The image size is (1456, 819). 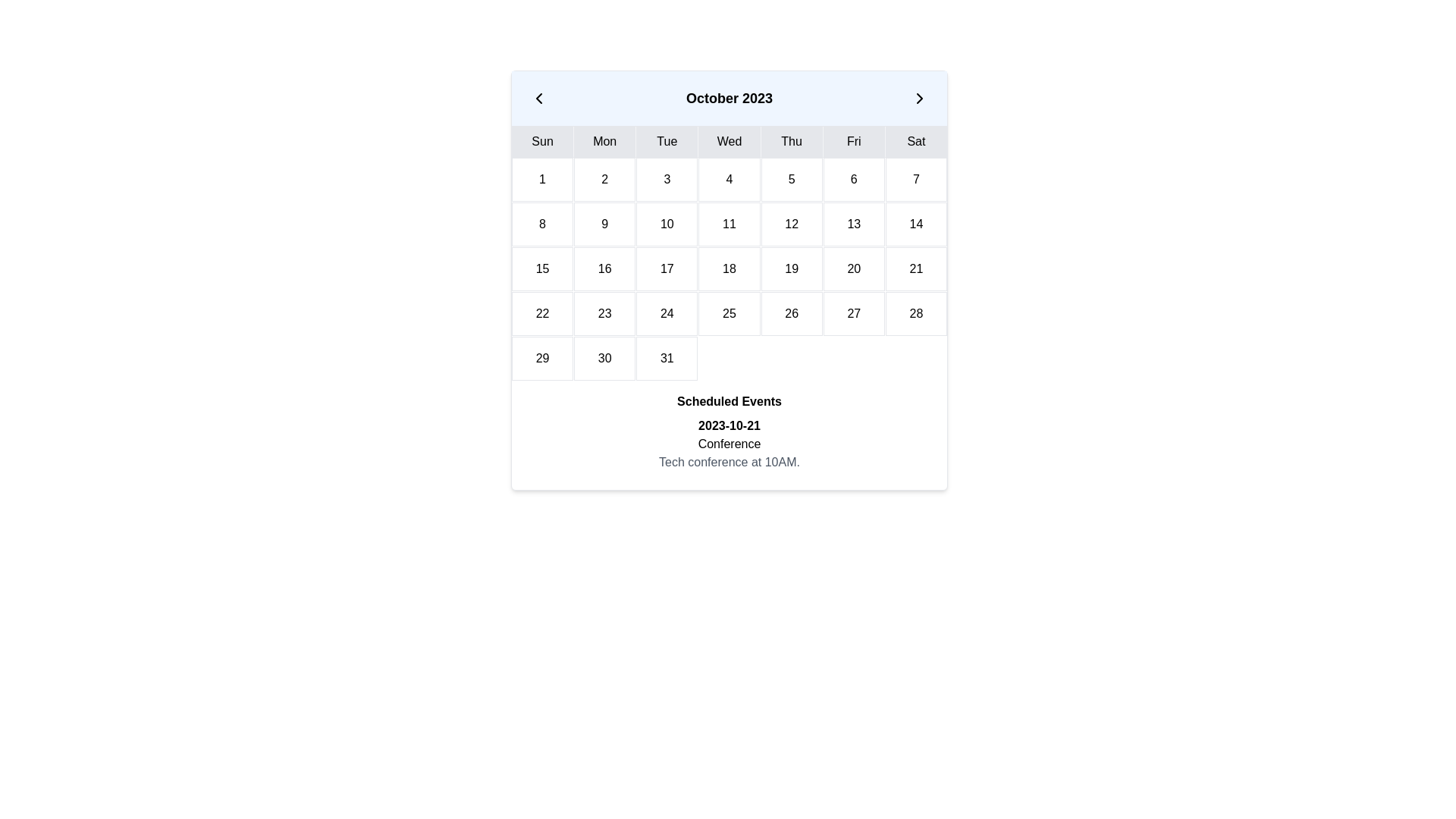 What do you see at coordinates (915, 178) in the screenshot?
I see `the text box displaying the number '7' located at the far-right side of the first row in the calendar layout` at bounding box center [915, 178].